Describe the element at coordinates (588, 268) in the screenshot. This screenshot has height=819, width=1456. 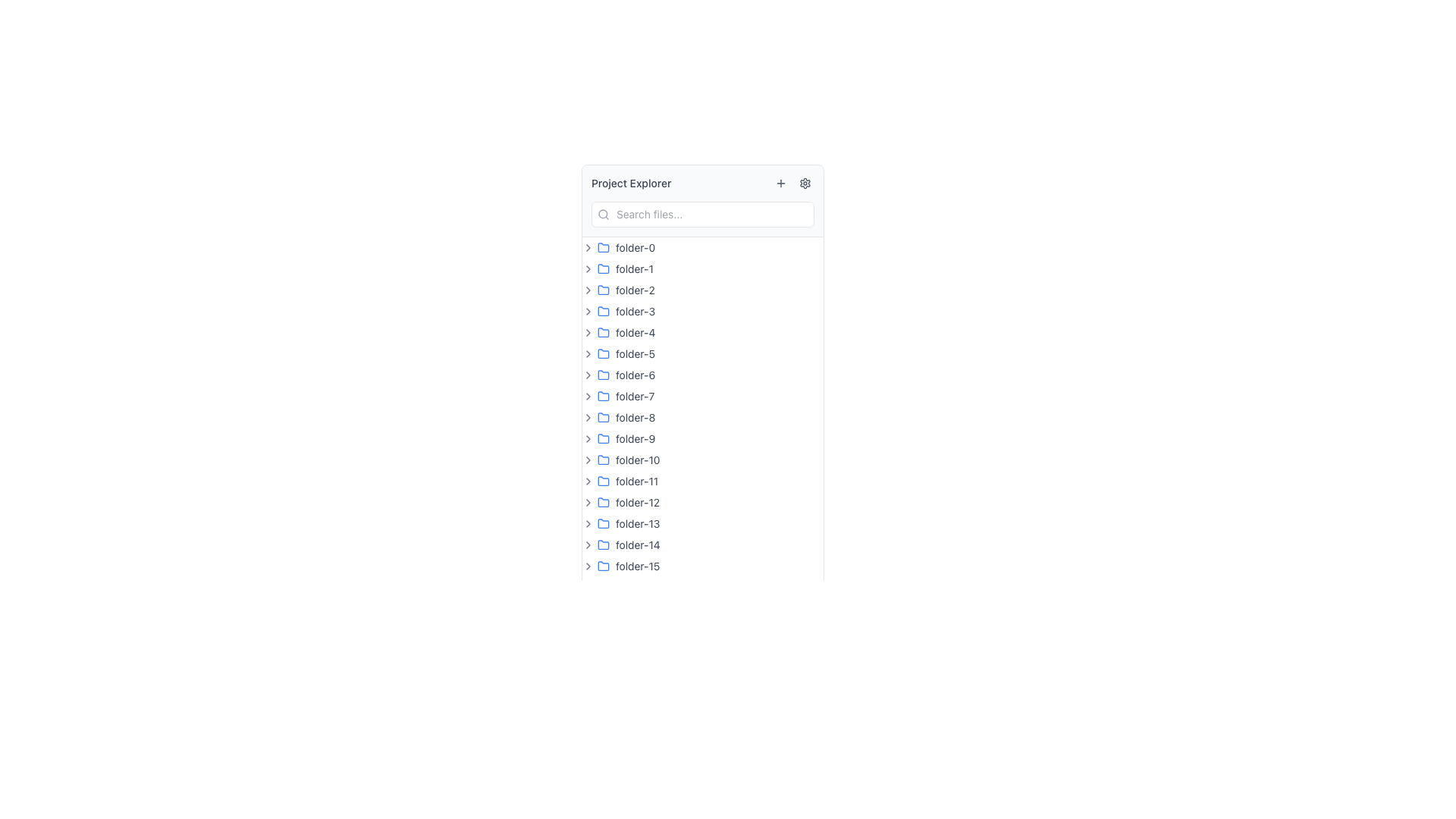
I see `the chevron icon` at that location.